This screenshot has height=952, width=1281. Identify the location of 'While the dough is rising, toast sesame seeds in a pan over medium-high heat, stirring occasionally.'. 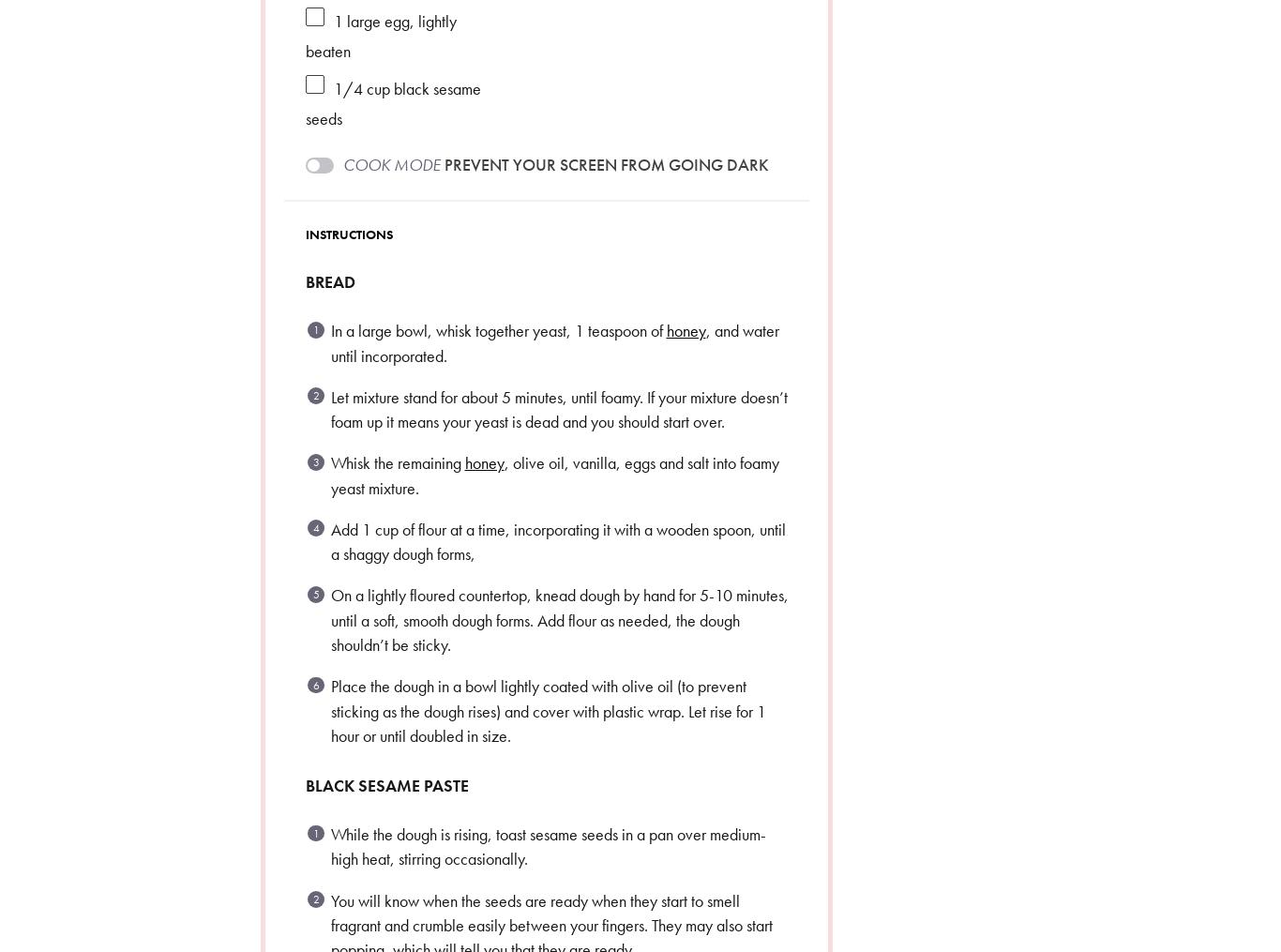
(546, 845).